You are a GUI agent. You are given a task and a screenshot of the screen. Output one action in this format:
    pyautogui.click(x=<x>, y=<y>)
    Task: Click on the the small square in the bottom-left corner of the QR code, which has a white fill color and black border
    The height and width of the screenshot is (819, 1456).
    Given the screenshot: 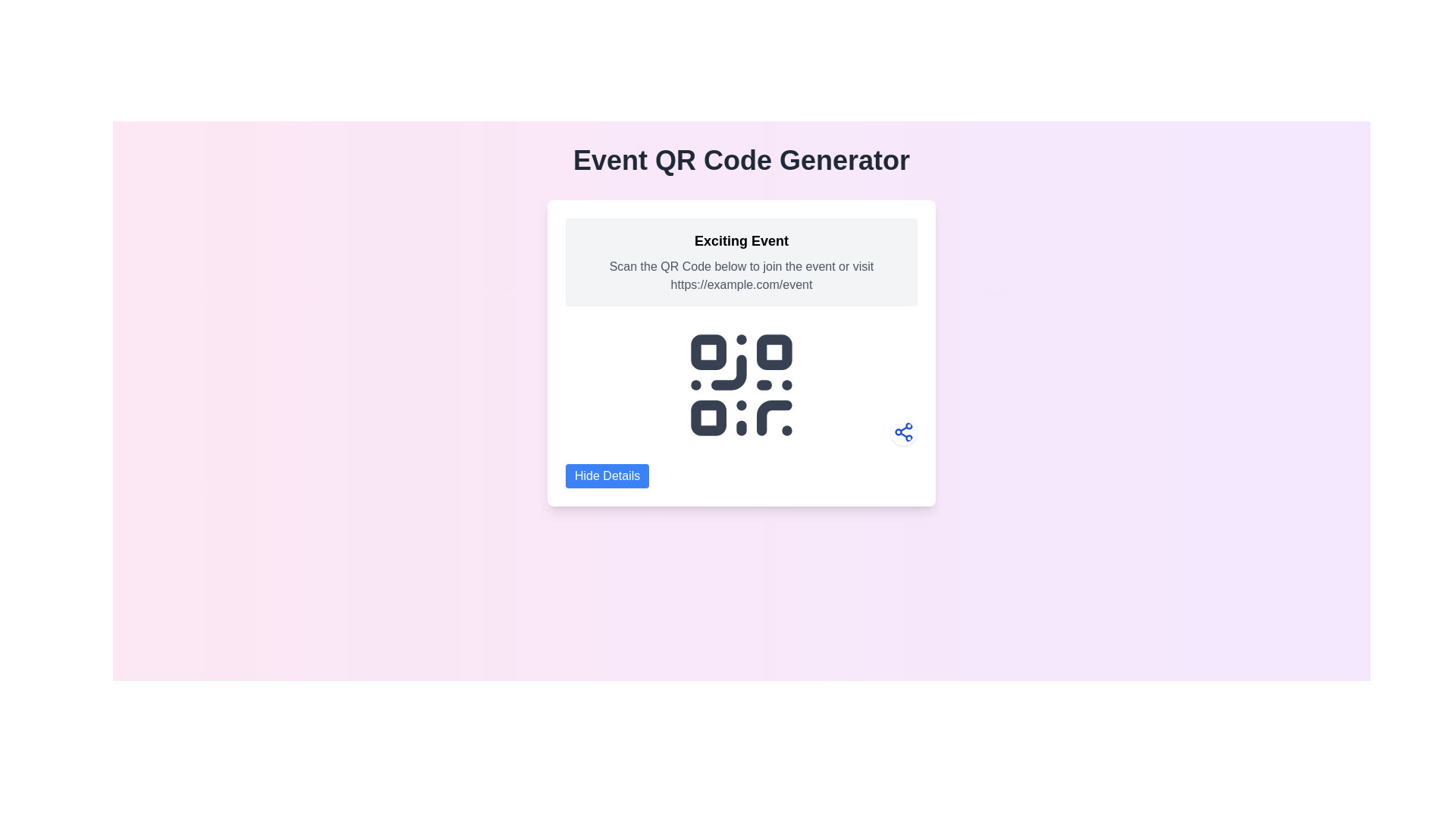 What is the action you would take?
    pyautogui.click(x=708, y=418)
    